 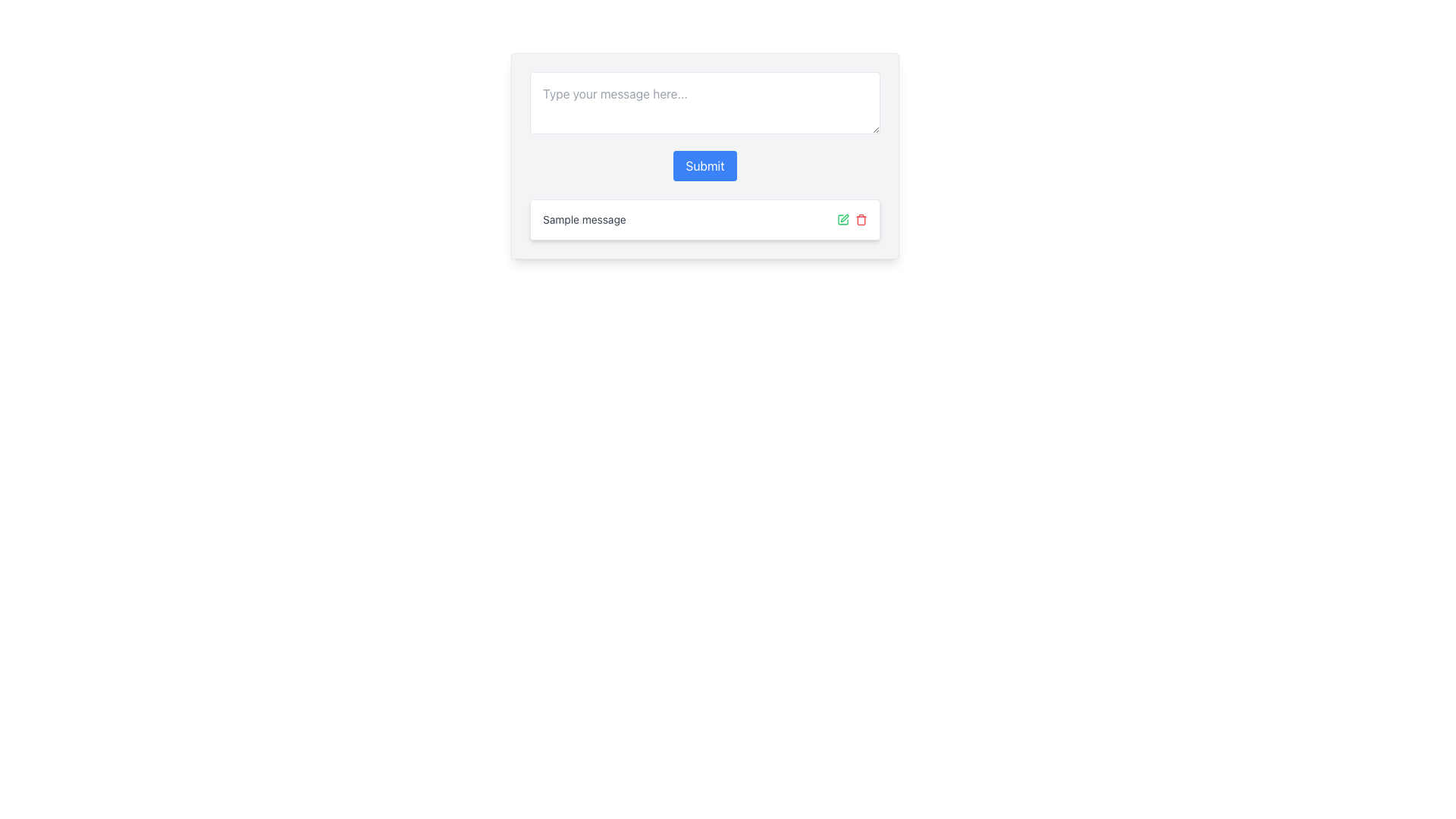 I want to click on the submit button located directly below the text input field labeled 'Type your message here...', so click(x=704, y=166).